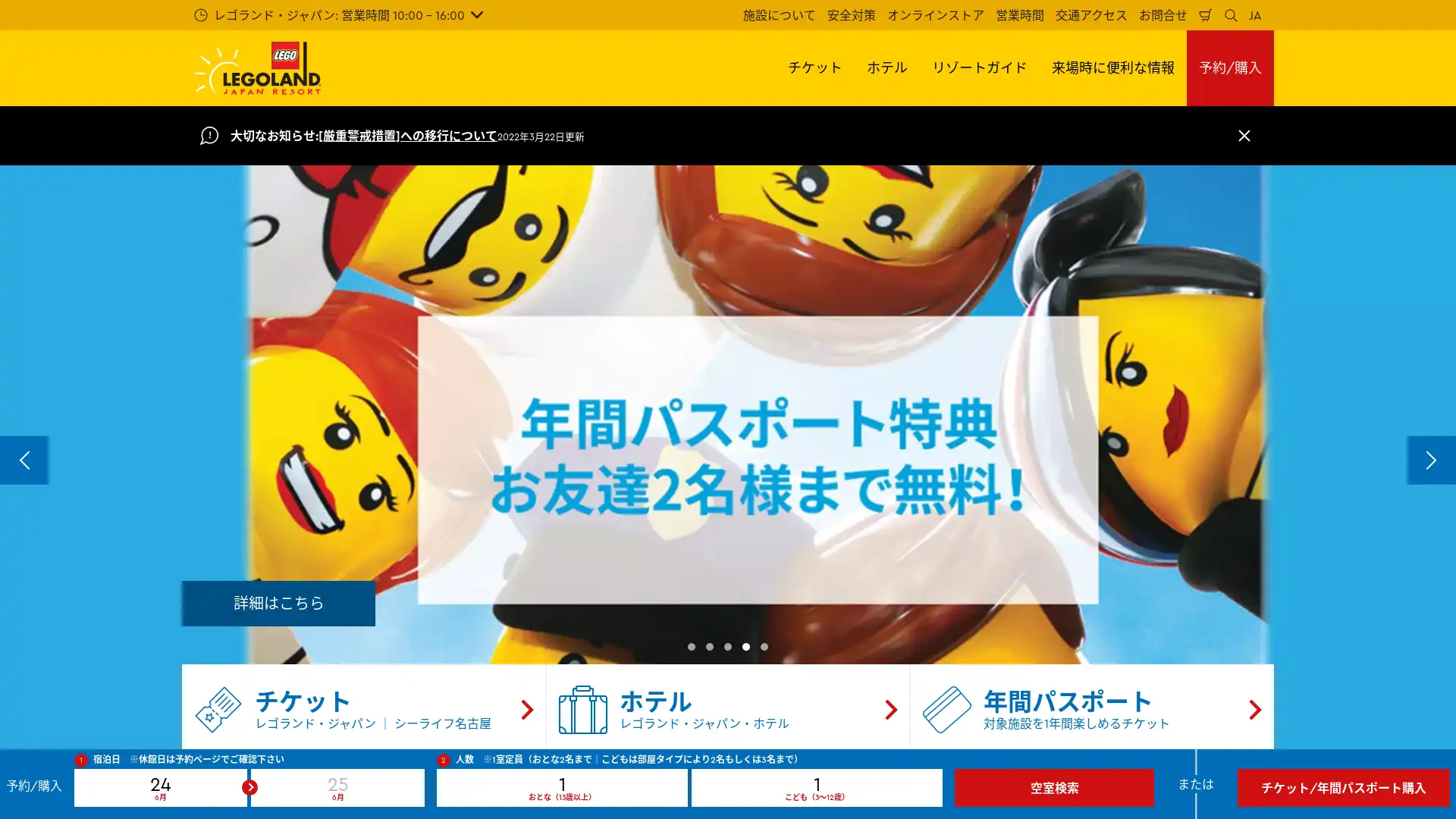 Image resolution: width=1456 pixels, height=819 pixels. What do you see at coordinates (1230, 67) in the screenshot?
I see `/` at bounding box center [1230, 67].